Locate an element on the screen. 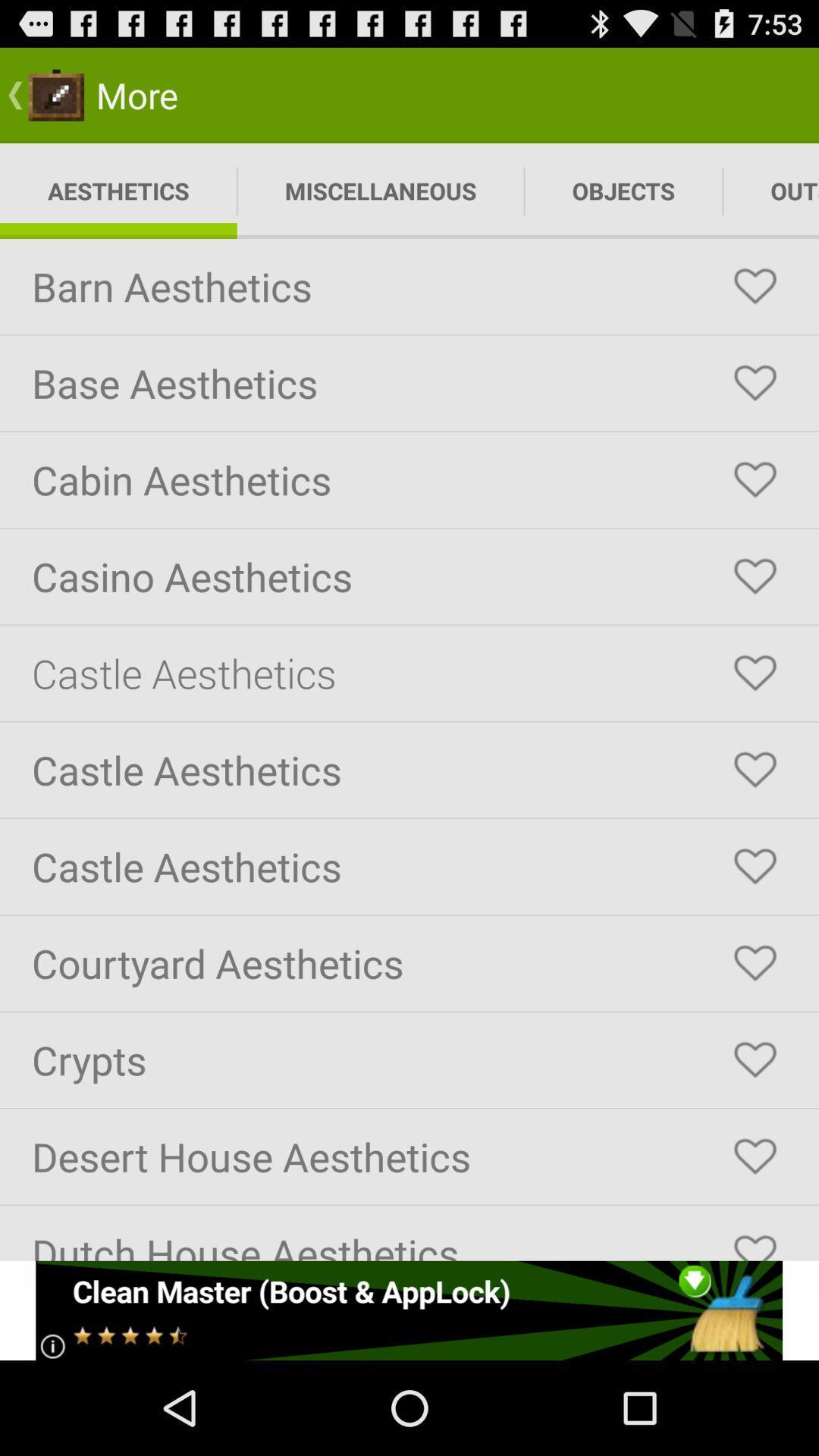  cabinaesthetics is located at coordinates (755, 479).